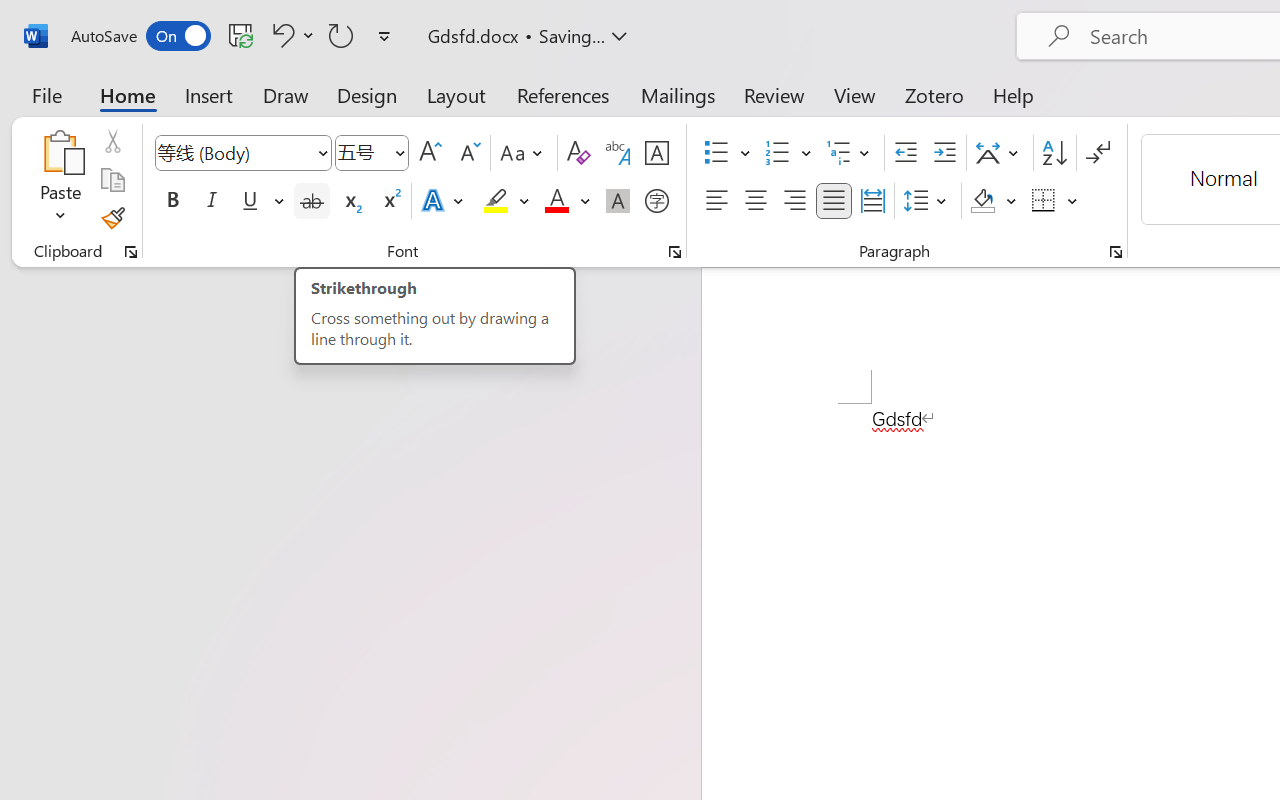  What do you see at coordinates (716, 201) in the screenshot?
I see `'Align Left'` at bounding box center [716, 201].